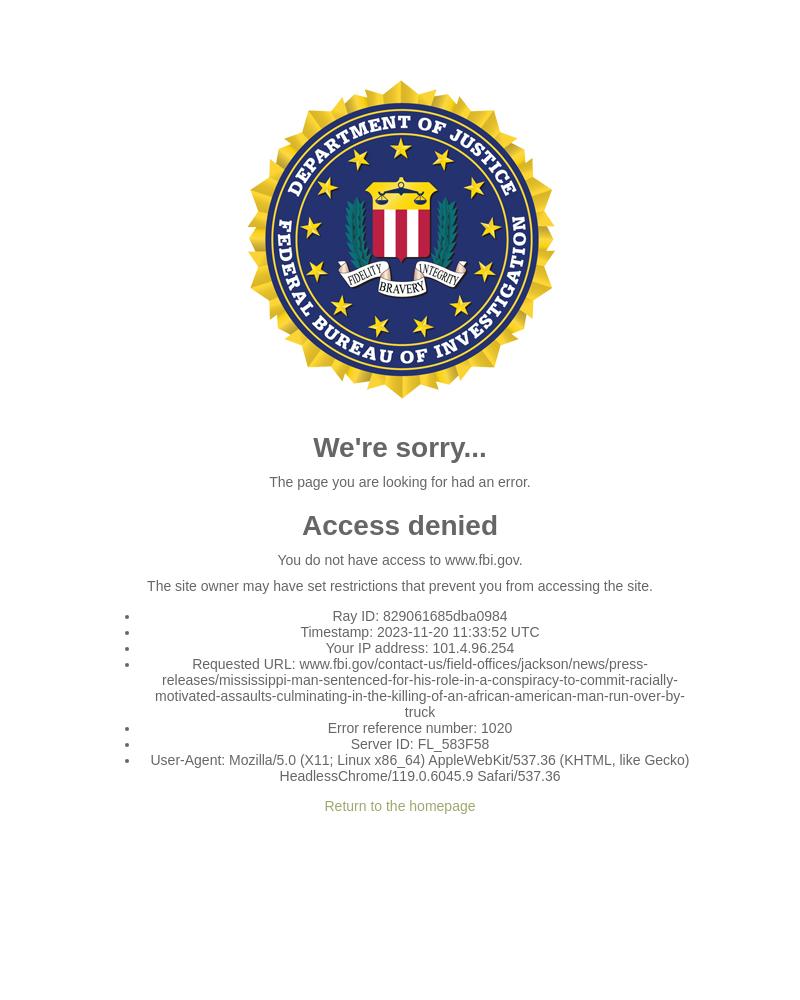 This screenshot has width=800, height=1000. What do you see at coordinates (398, 806) in the screenshot?
I see `'Return to the homepage'` at bounding box center [398, 806].